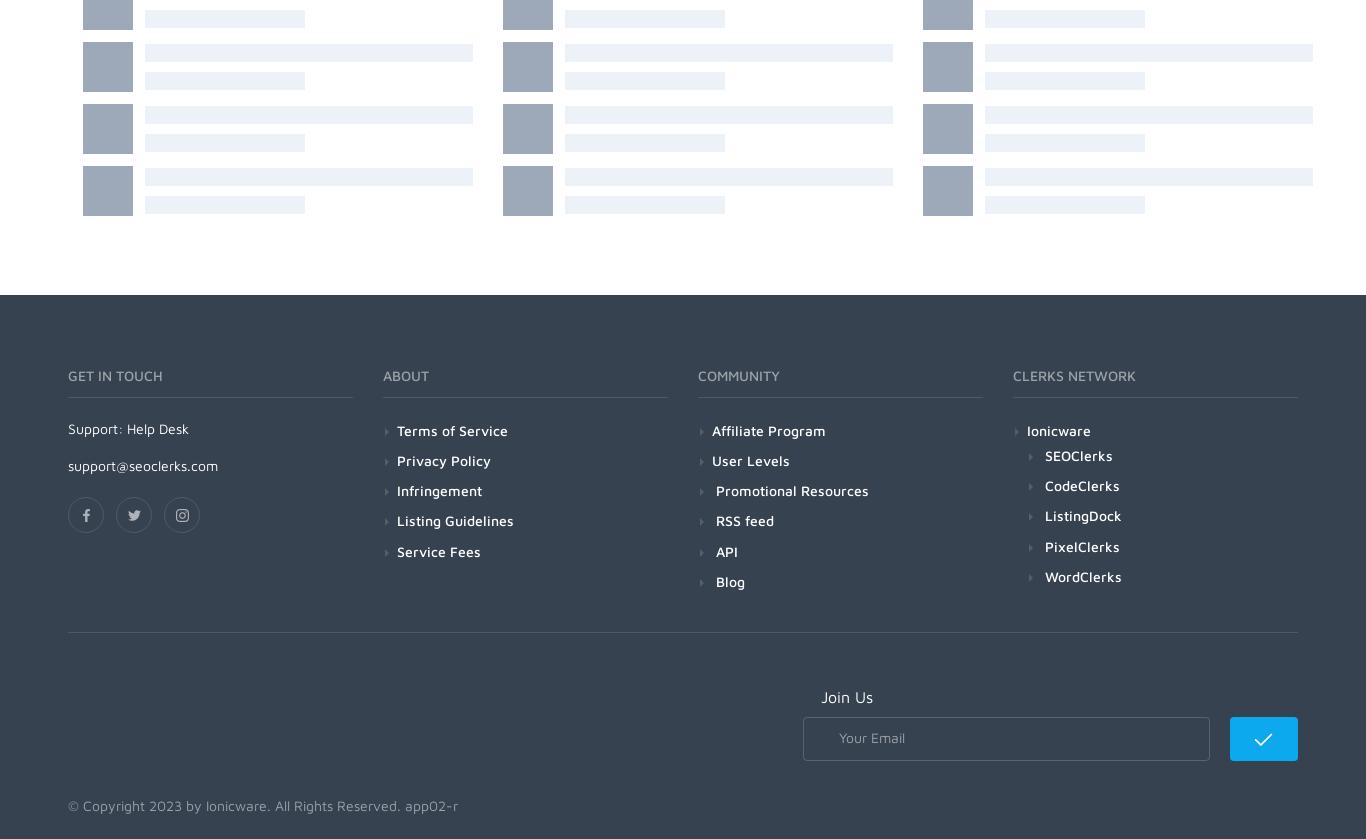 The width and height of the screenshot is (1366, 839). I want to click on 'Get in touch', so click(68, 375).